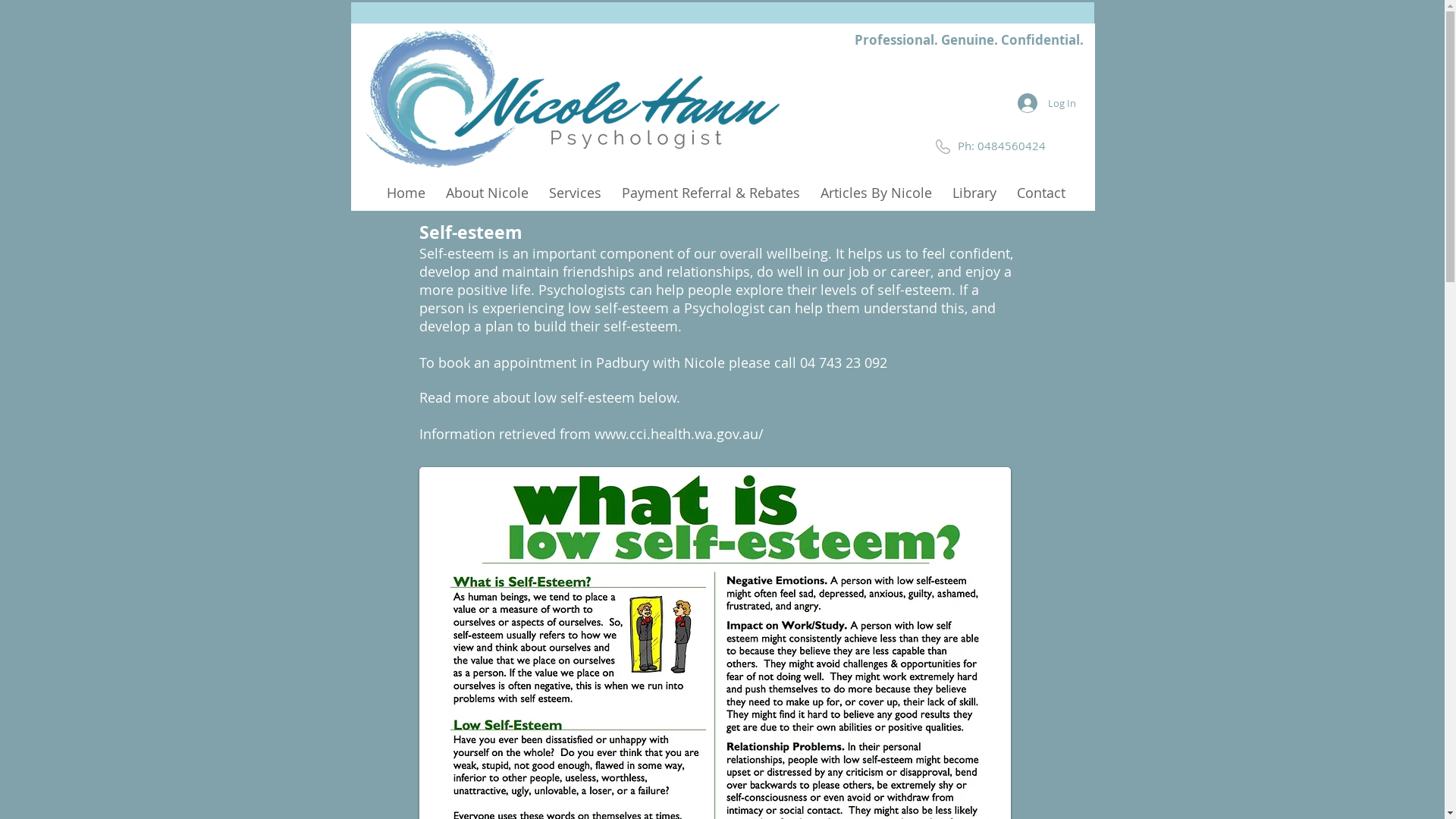 The height and width of the screenshot is (819, 1456). What do you see at coordinates (405, 190) in the screenshot?
I see `'Home'` at bounding box center [405, 190].